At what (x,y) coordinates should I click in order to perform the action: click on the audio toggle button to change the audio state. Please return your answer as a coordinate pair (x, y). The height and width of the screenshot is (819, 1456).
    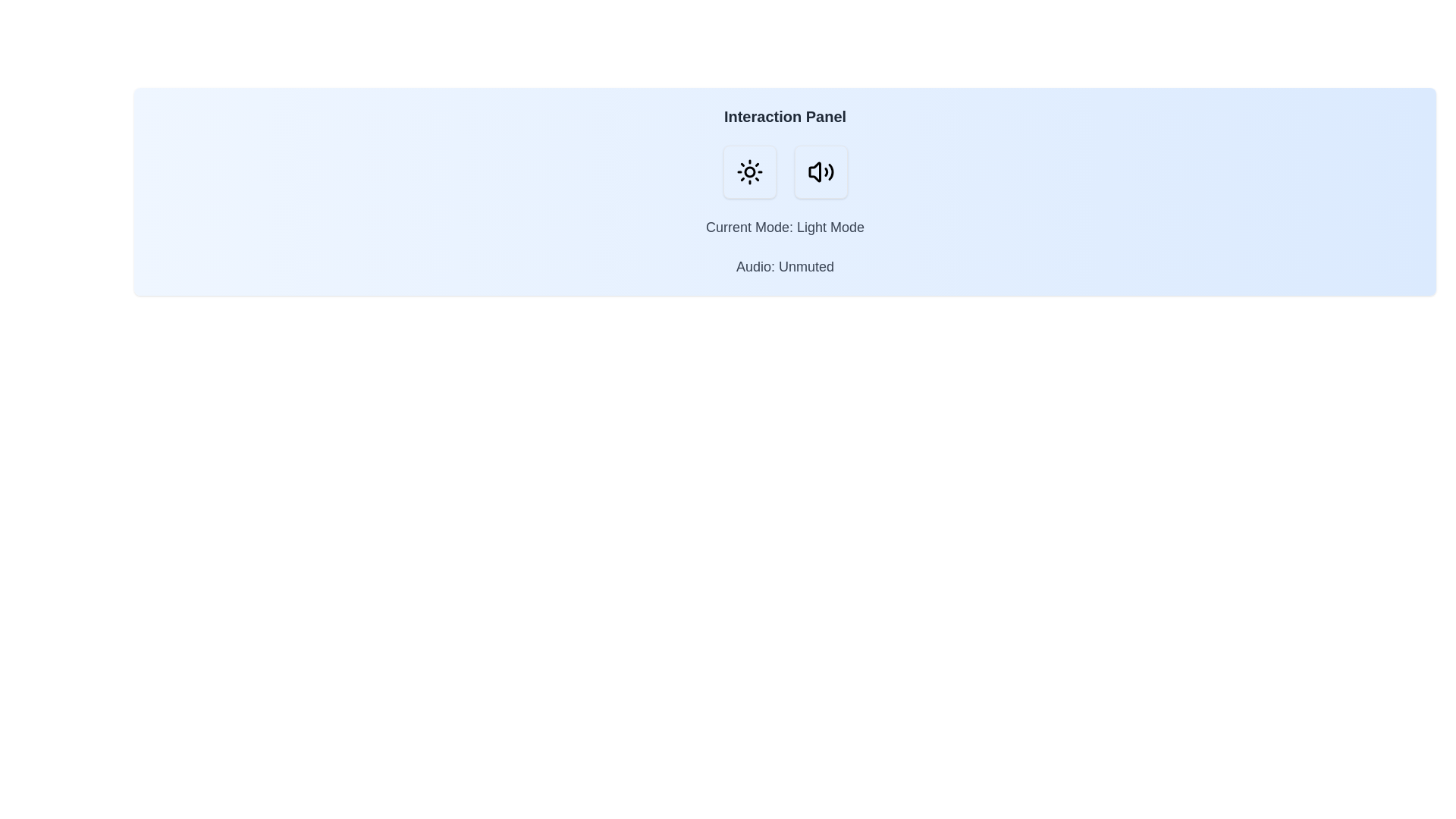
    Looking at the image, I should click on (820, 171).